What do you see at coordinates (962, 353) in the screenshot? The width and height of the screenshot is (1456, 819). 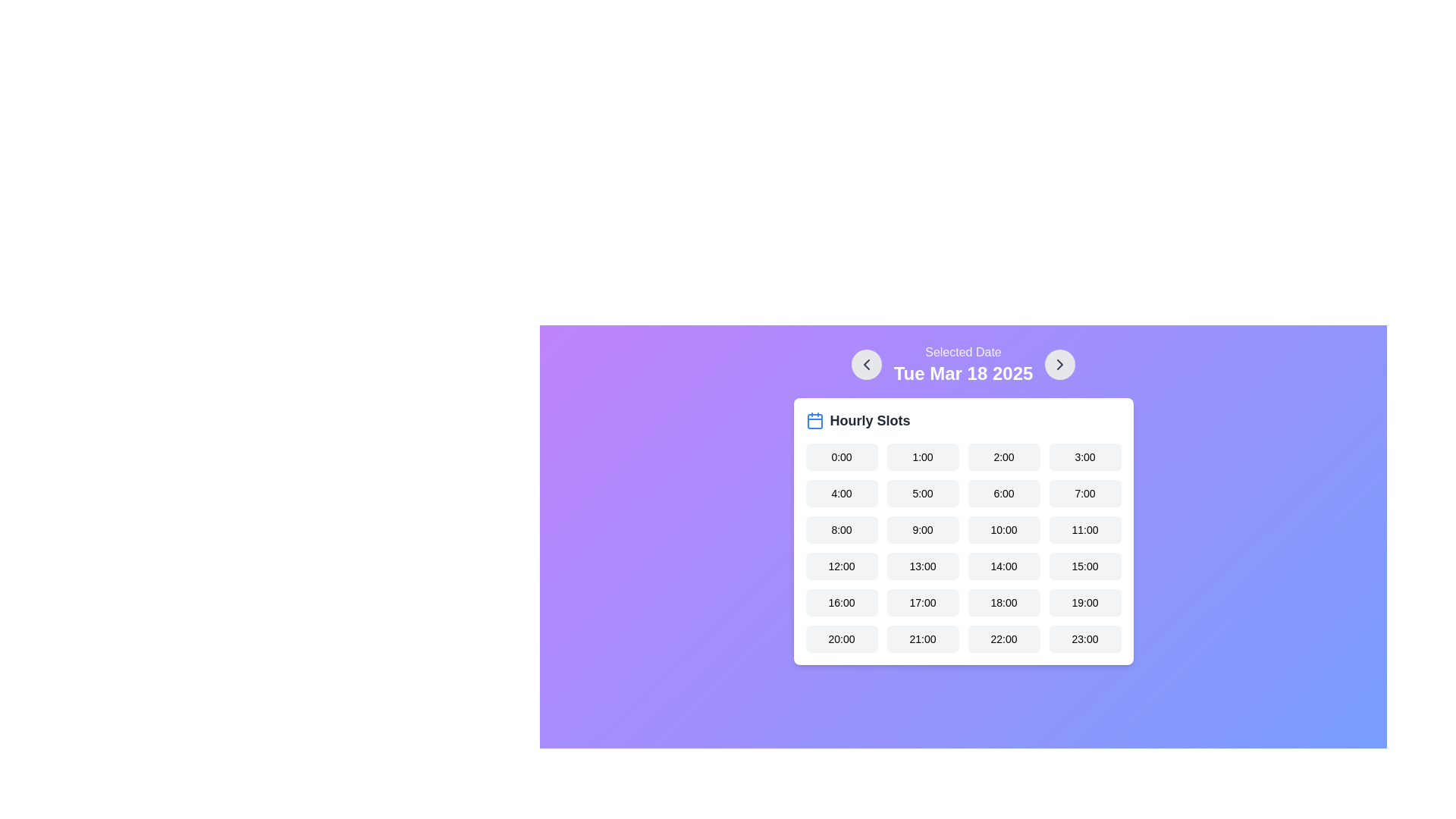 I see `the 'Selected Date' label, which displays the text in medium font size and light gray color against a purple background, located in the upper center of the interface above the date label` at bounding box center [962, 353].